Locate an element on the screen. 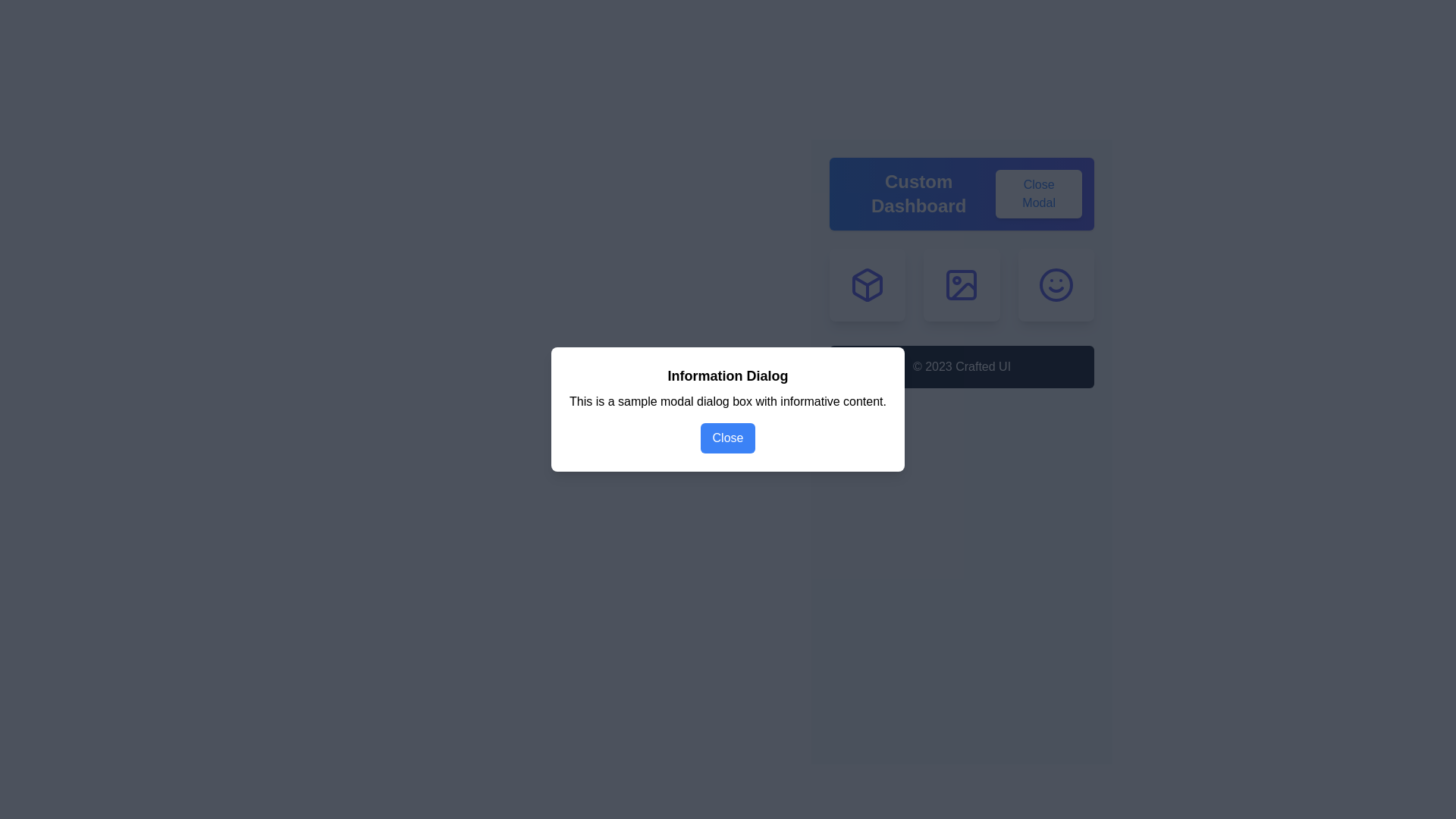 The image size is (1456, 819). the 'Close Modal' button, which has rounded corners and features the text in blue on a white background is located at coordinates (1038, 193).